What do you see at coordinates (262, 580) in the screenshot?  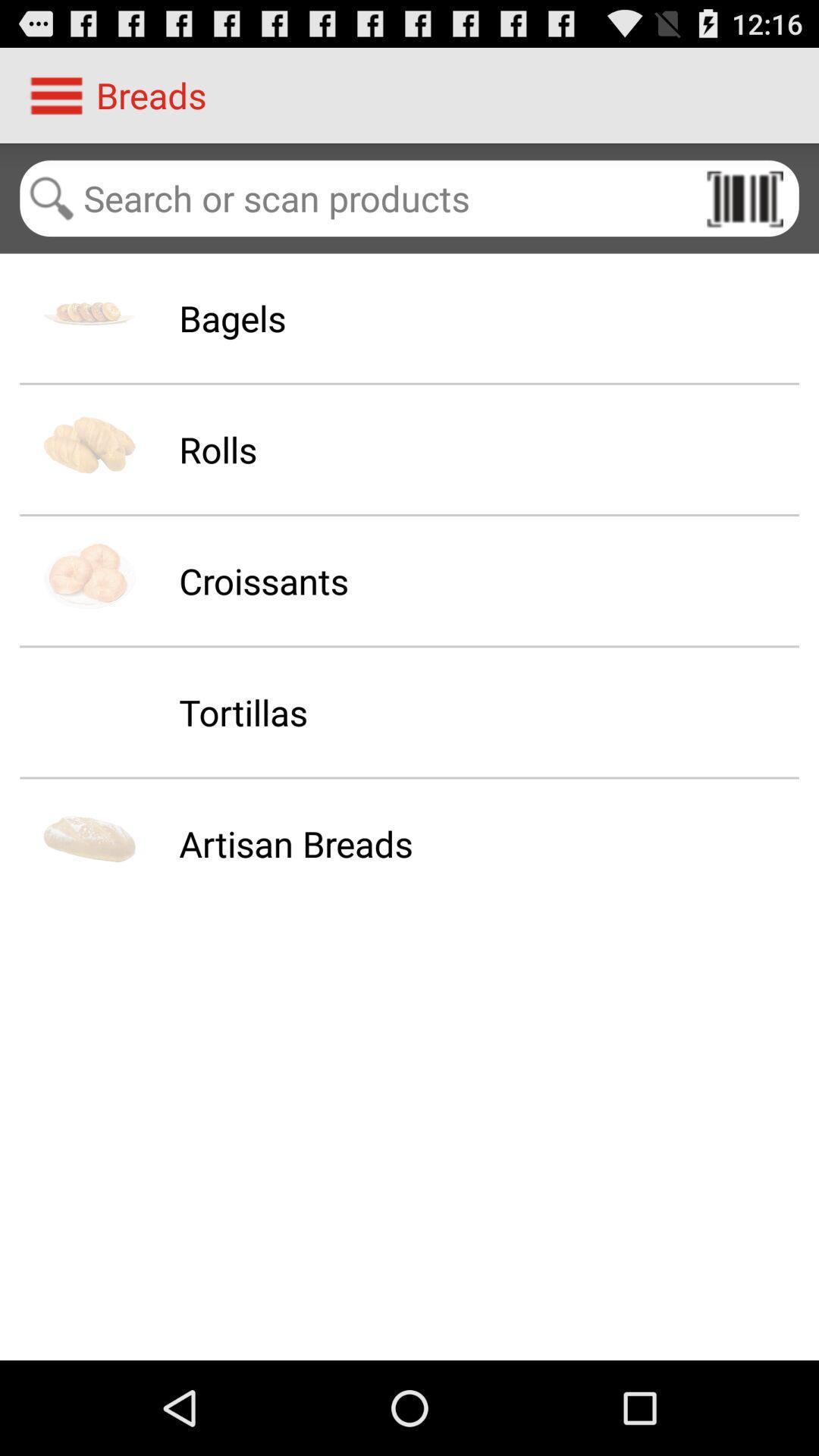 I see `item above tortillas app` at bounding box center [262, 580].